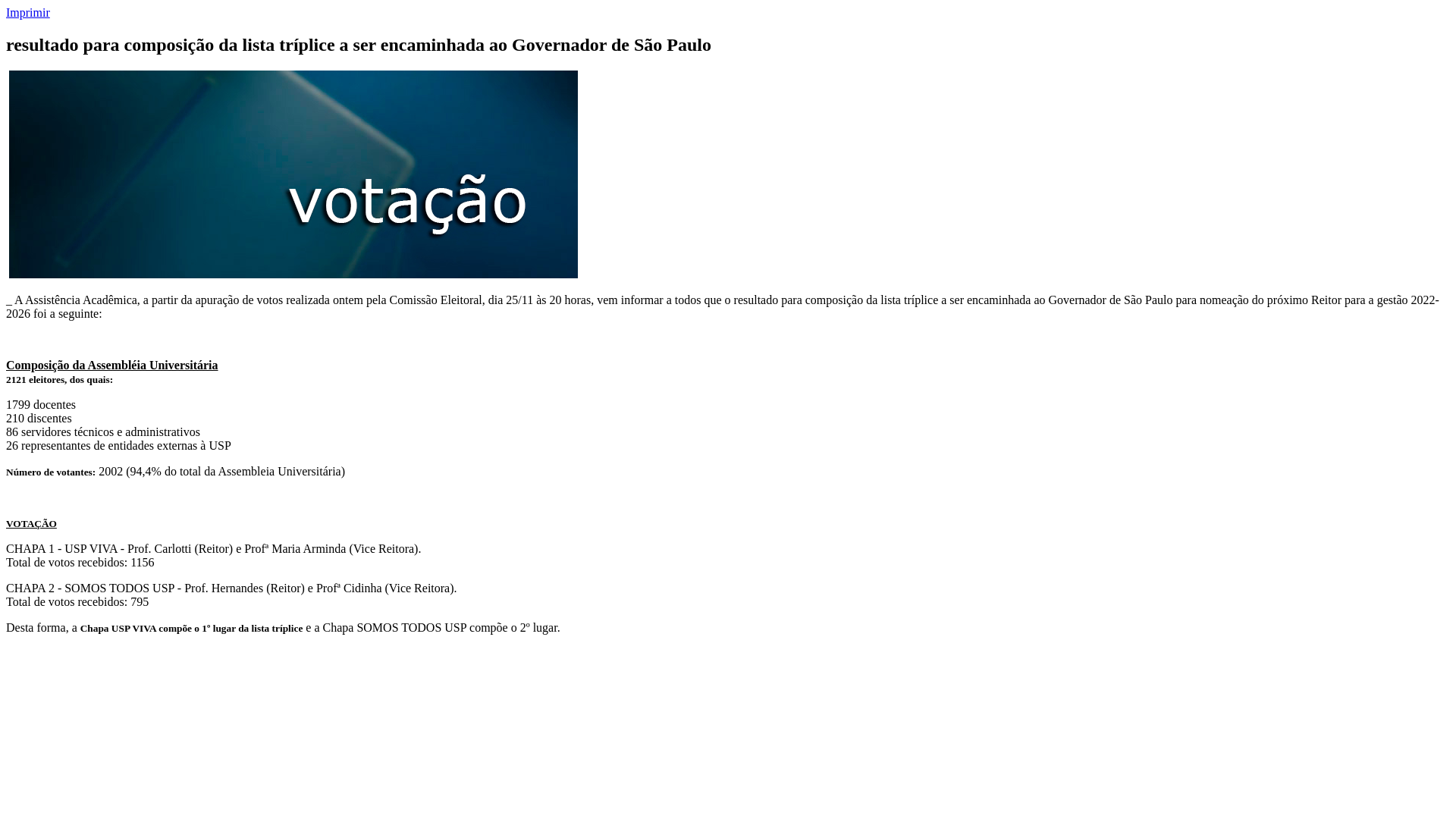  What do you see at coordinates (6, 12) in the screenshot?
I see `'Imprimir'` at bounding box center [6, 12].